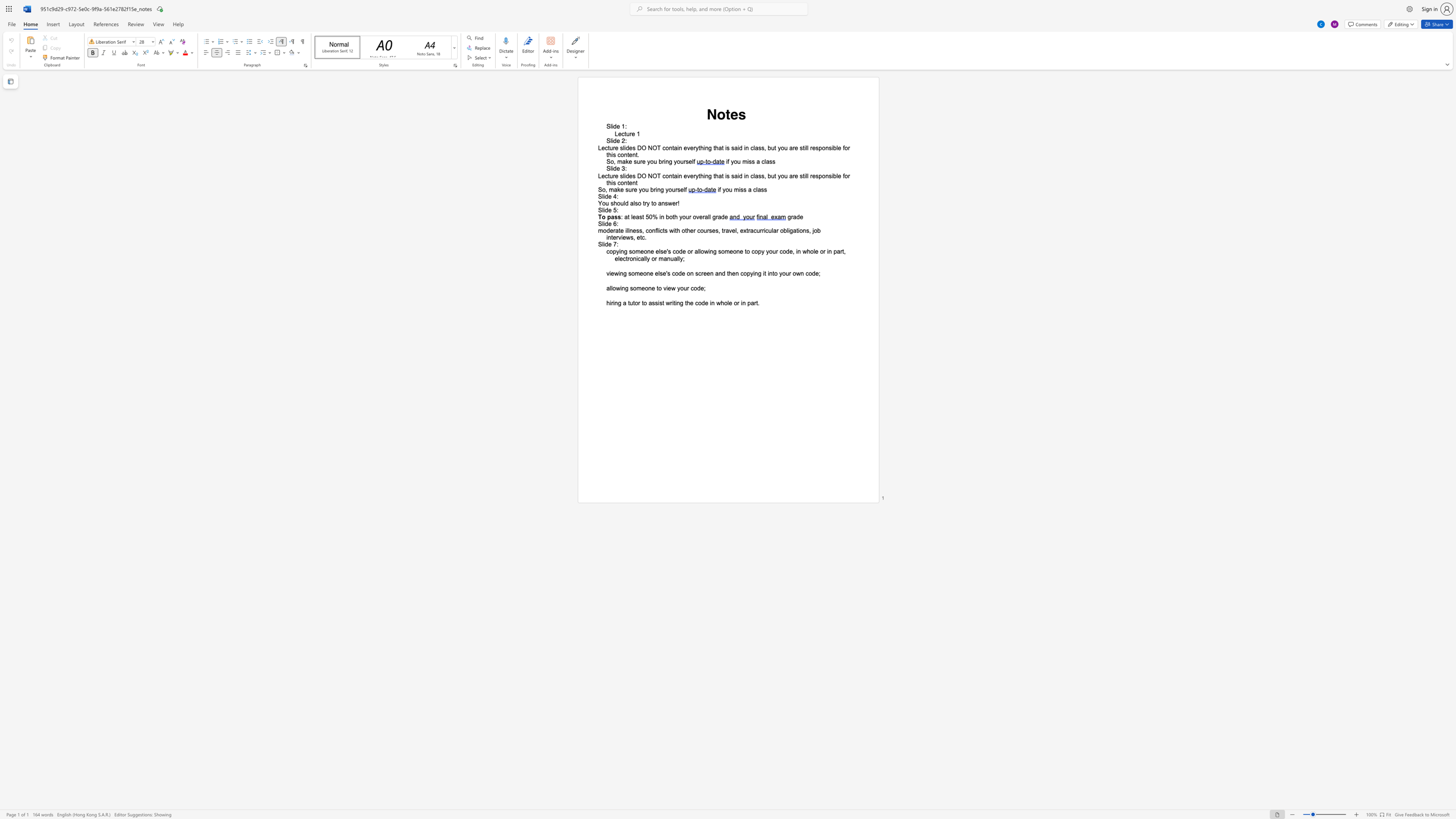 The image size is (1456, 819). I want to click on the subset text "ss a c" within the text "if you miss a class", so click(748, 161).